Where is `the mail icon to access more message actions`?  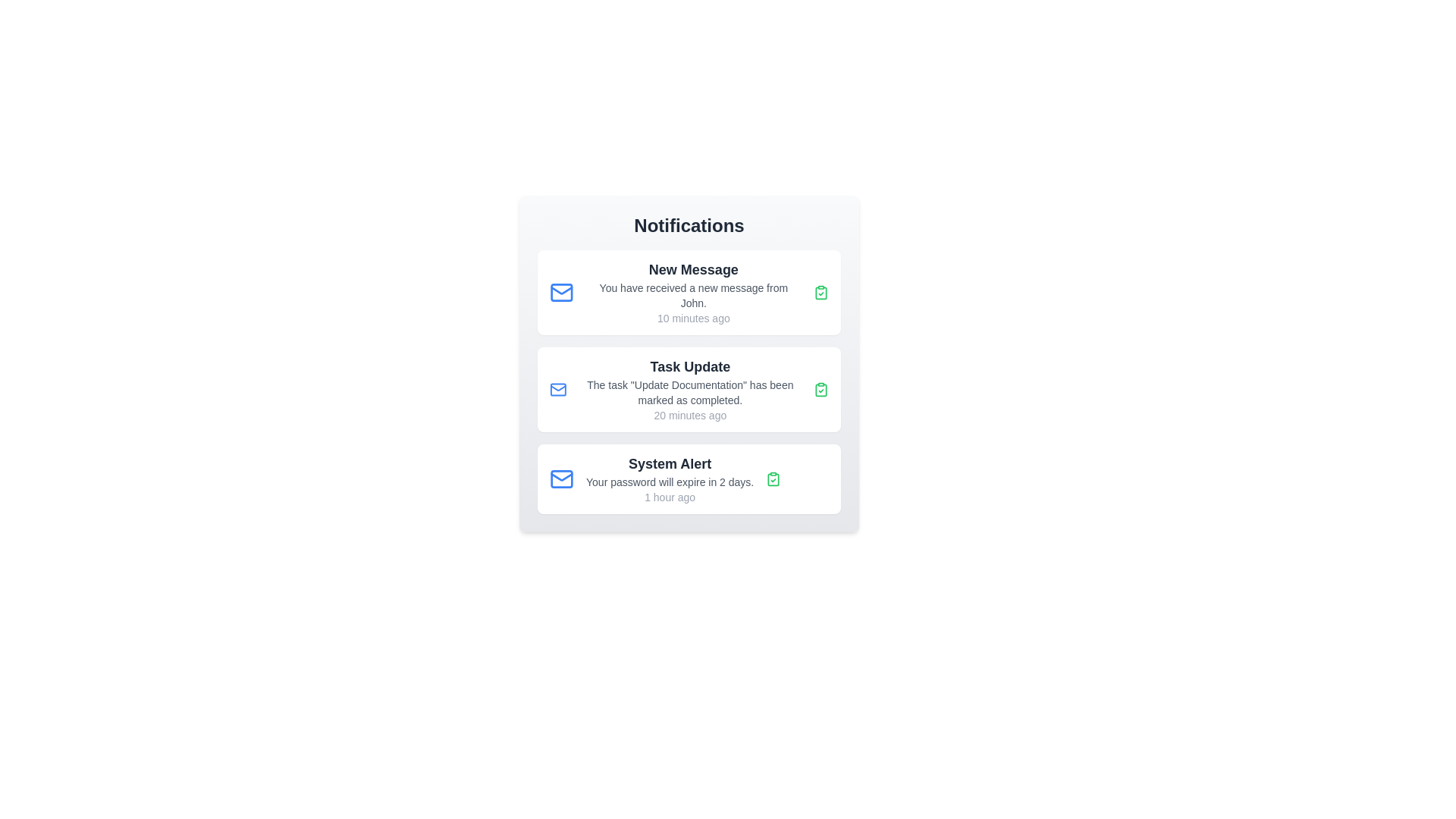 the mail icon to access more message actions is located at coordinates (560, 292).